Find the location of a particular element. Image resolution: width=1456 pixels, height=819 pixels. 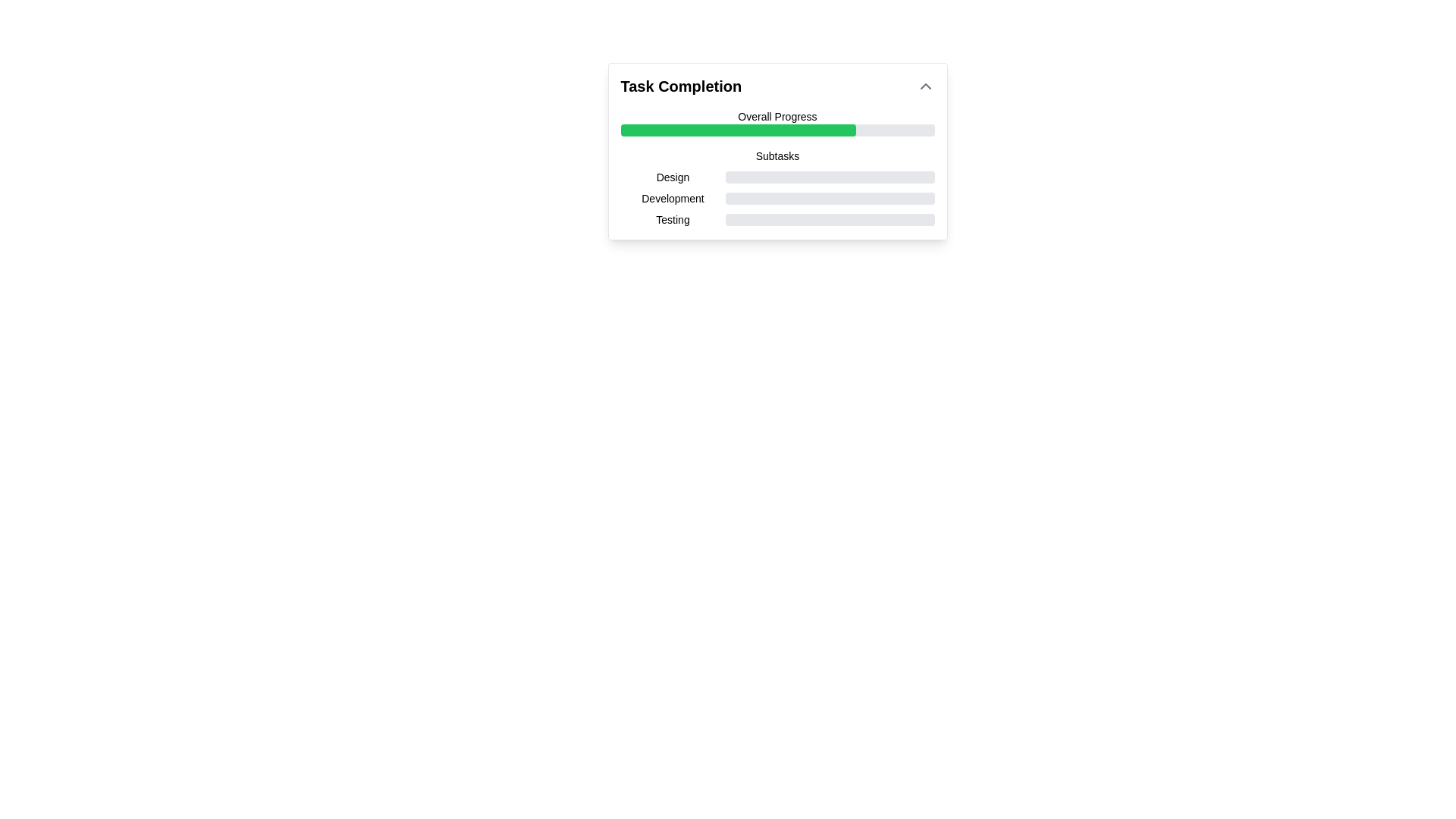

the green progress bar segment indicating 75% completion under the 'Overall Progress' label is located at coordinates (738, 130).